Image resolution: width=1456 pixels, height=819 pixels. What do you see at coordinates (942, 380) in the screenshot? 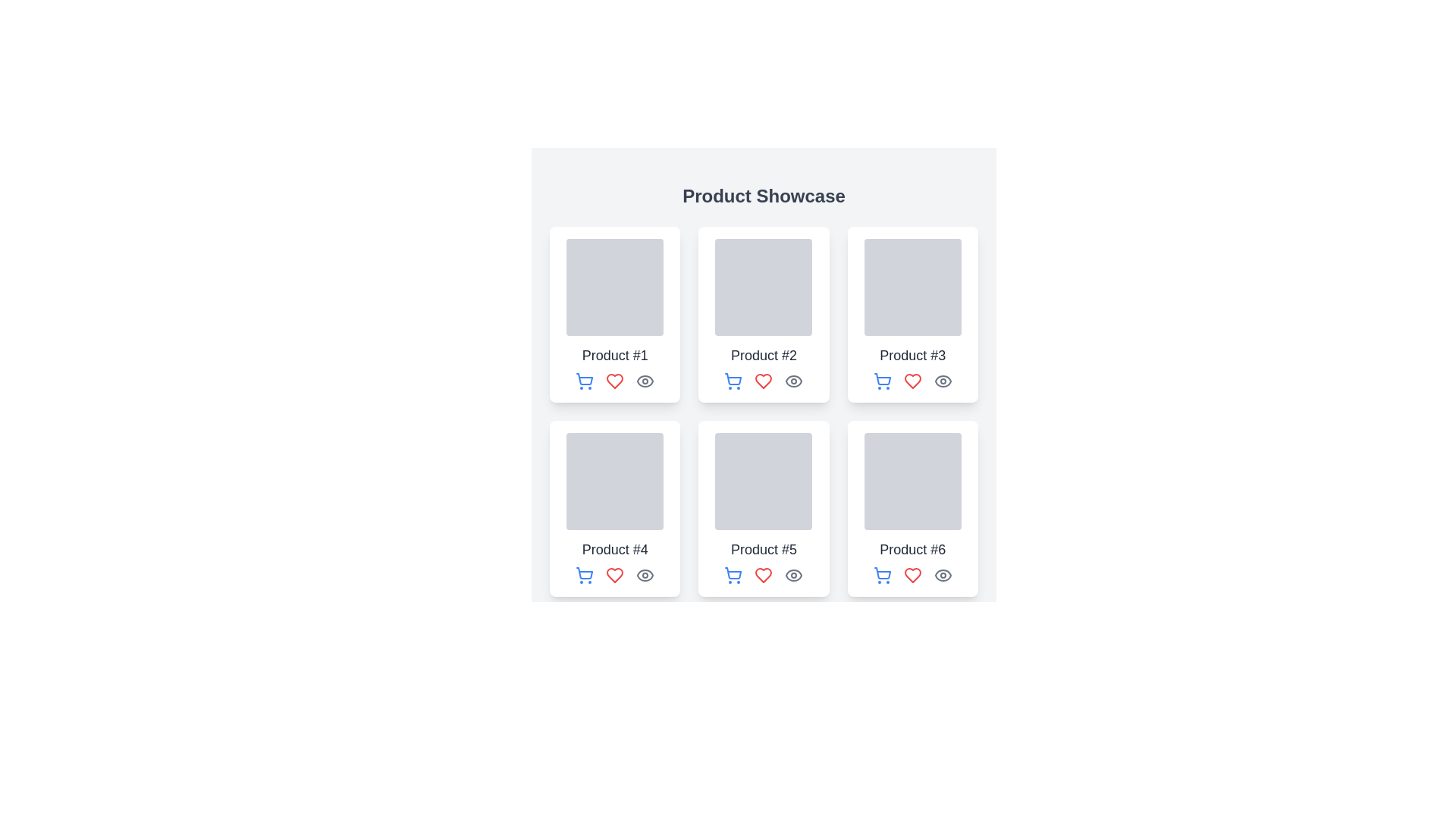
I see `the eye-shaped icon located at the bottom-right corner of the 'Product #3' card` at bounding box center [942, 380].